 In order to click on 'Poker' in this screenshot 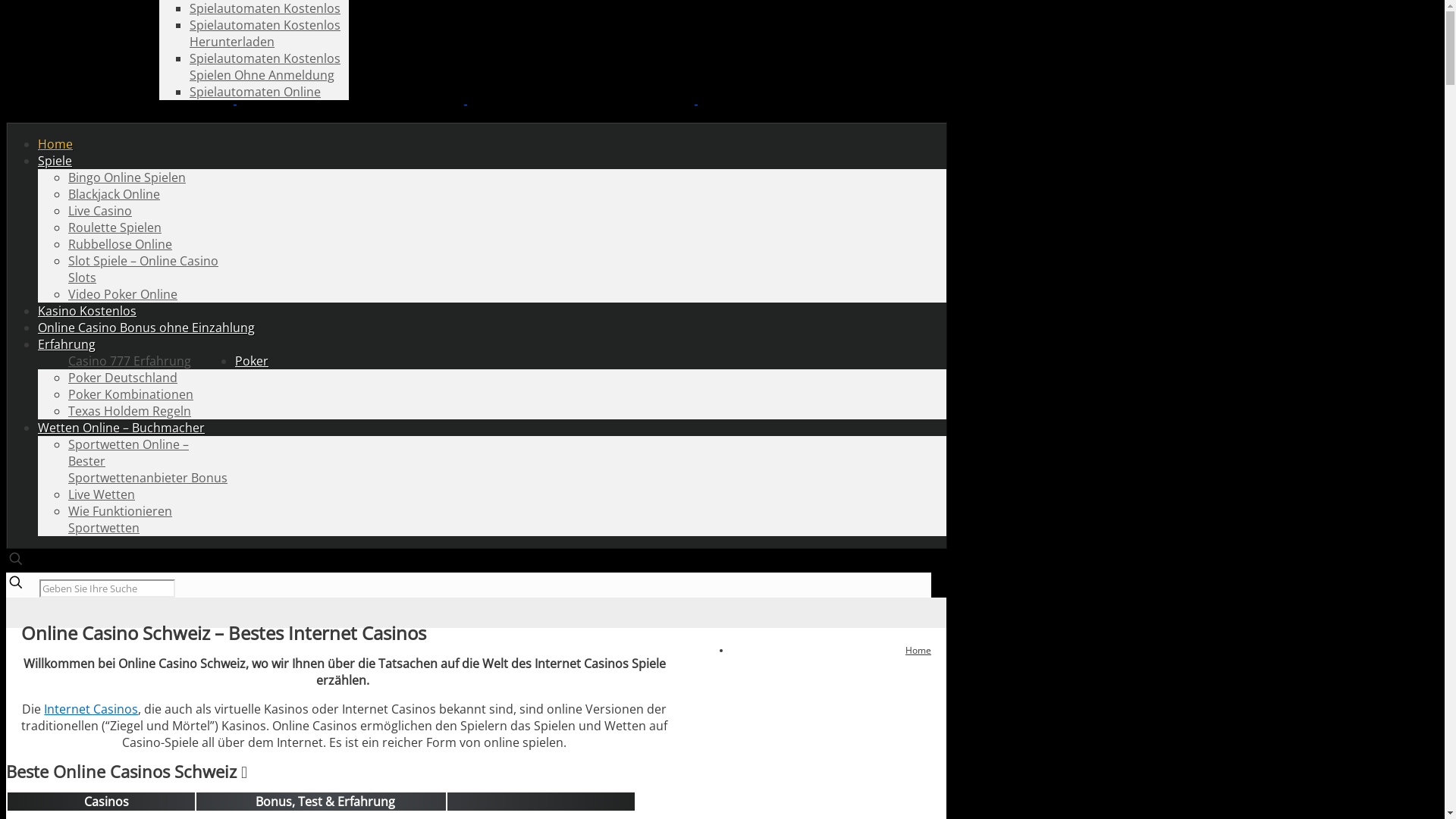, I will do `click(251, 360)`.